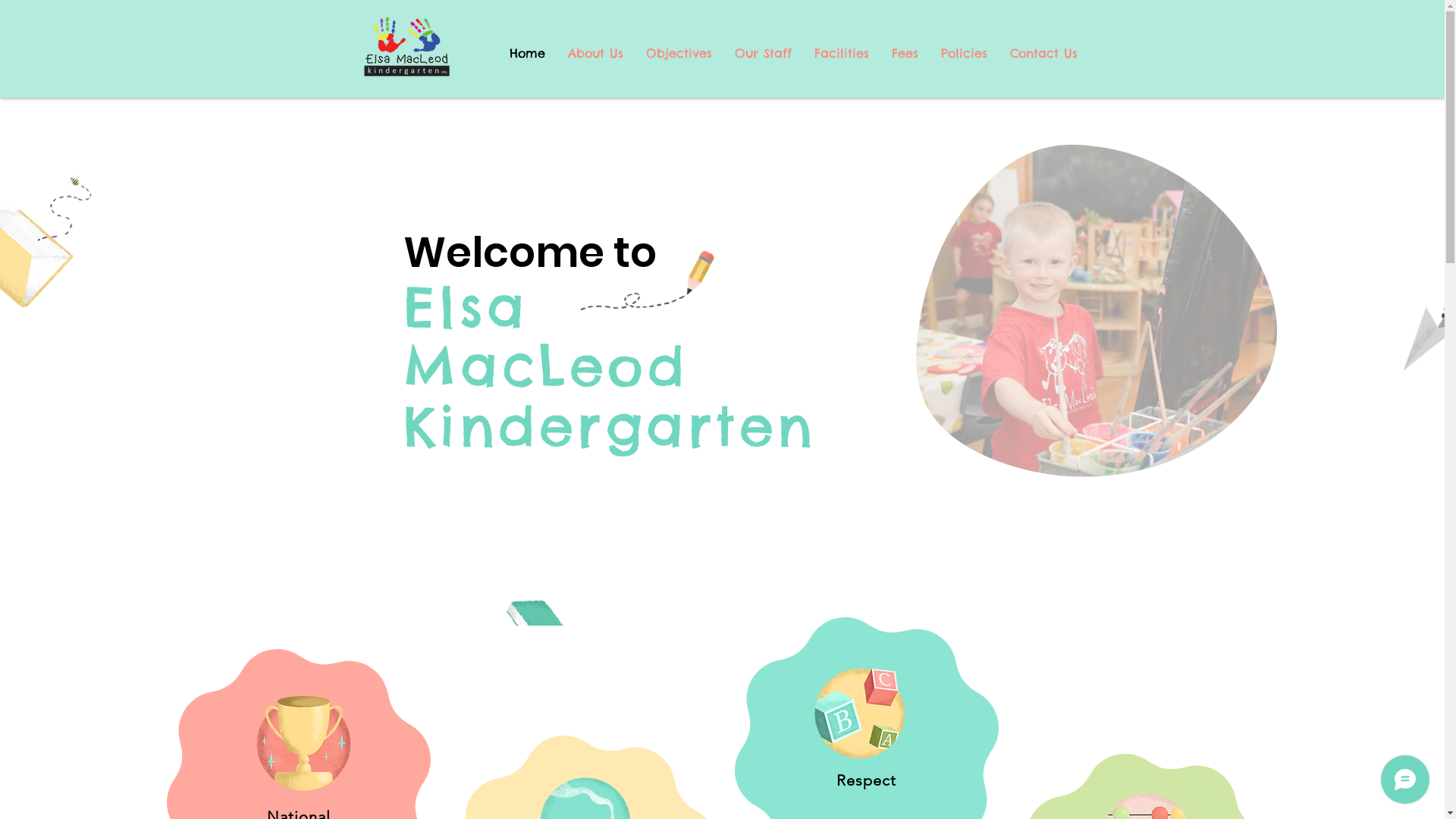 The height and width of the screenshot is (819, 1456). I want to click on 'Policies', so click(963, 52).